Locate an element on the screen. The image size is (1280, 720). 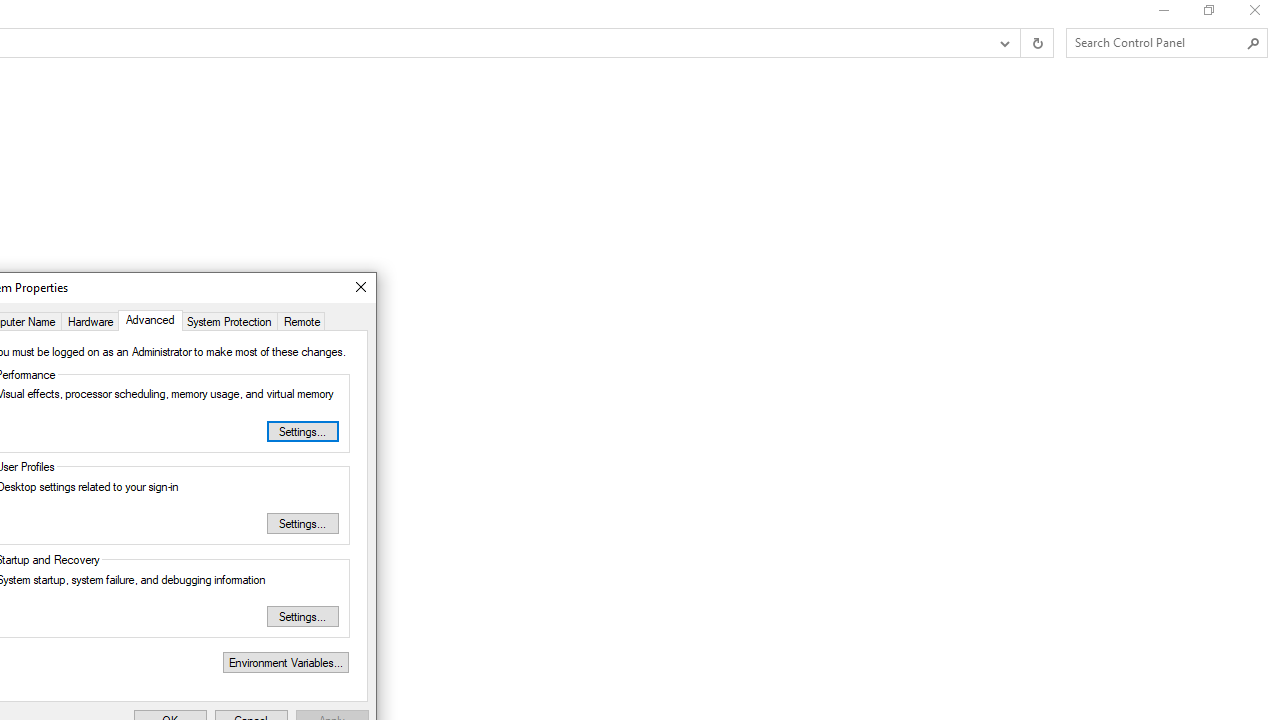
'Close' is located at coordinates (360, 288).